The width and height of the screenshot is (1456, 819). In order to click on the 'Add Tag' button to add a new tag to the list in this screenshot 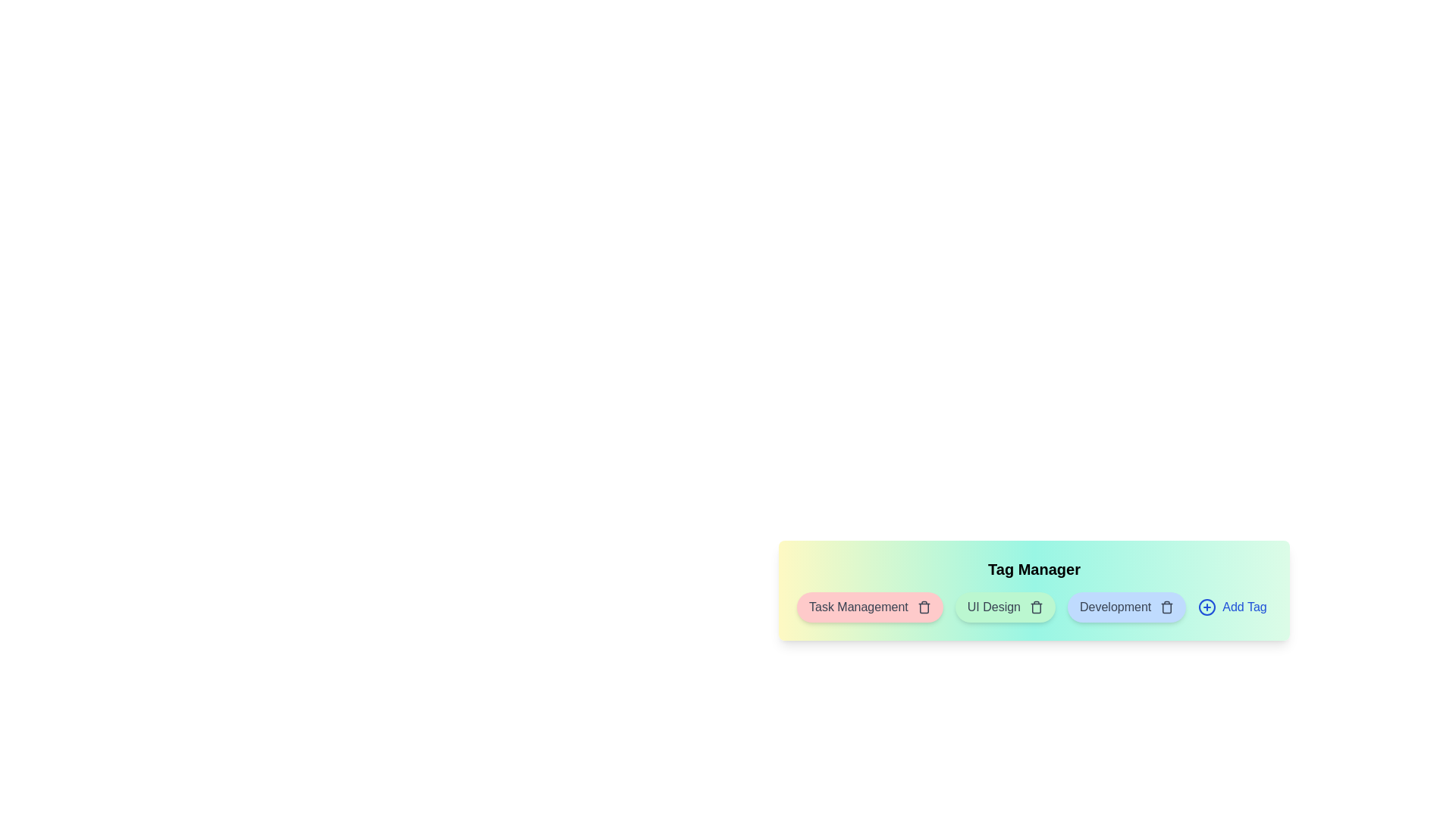, I will do `click(1232, 607)`.